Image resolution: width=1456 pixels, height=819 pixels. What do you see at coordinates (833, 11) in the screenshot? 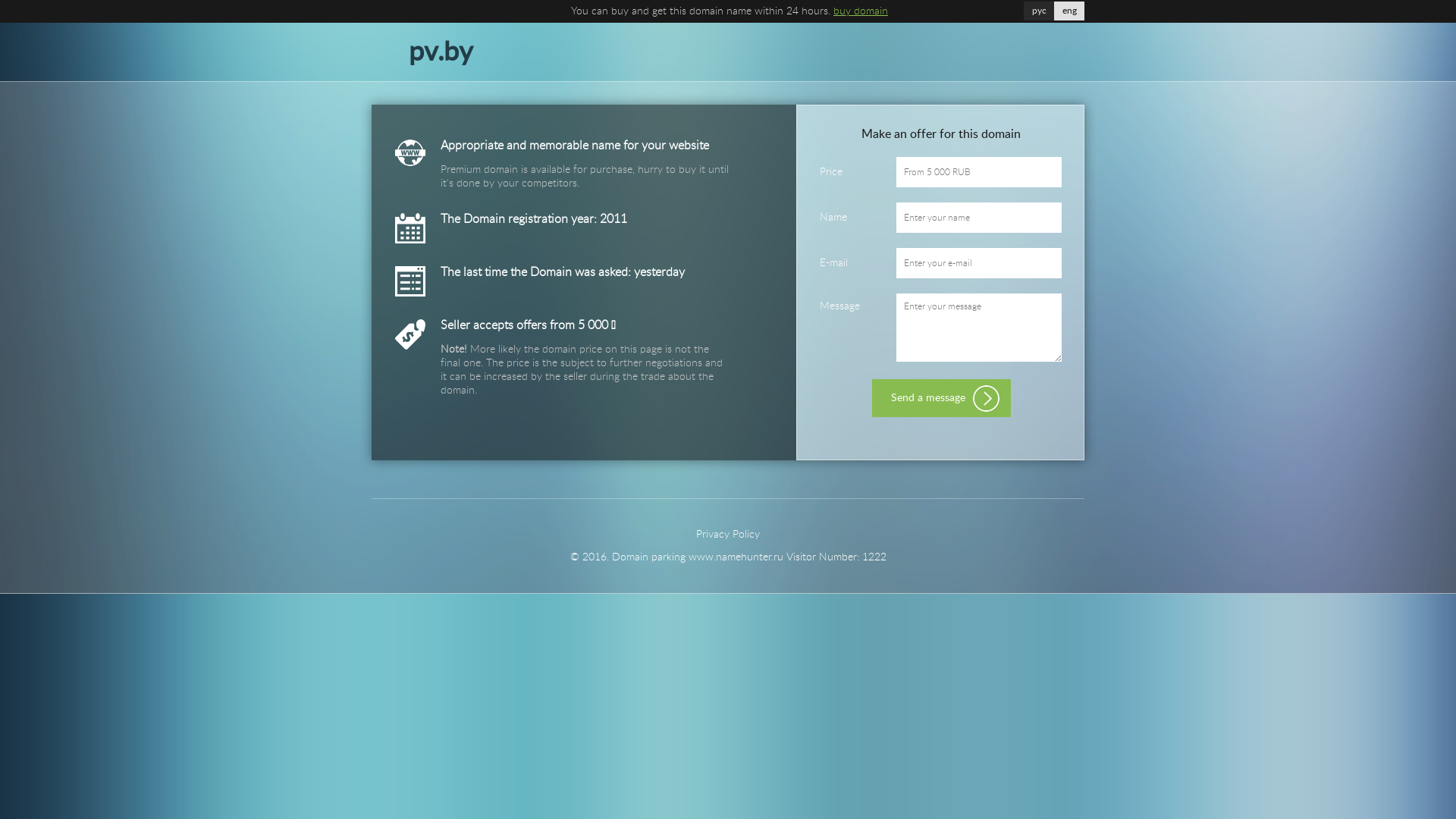
I see `'buy domain'` at bounding box center [833, 11].